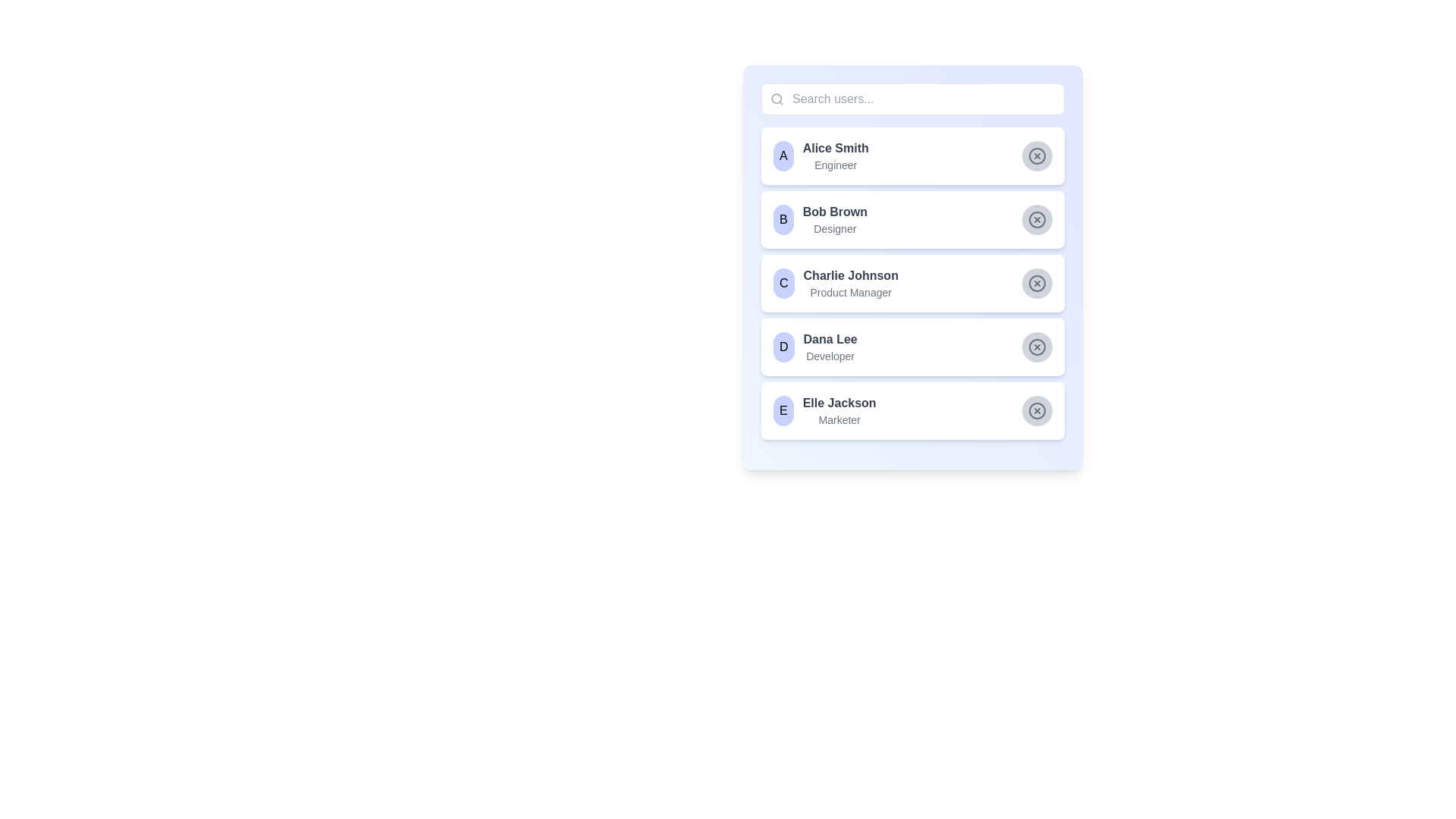 The width and height of the screenshot is (1456, 819). I want to click on the third list item representing 'Charlie Johnson', who is a 'Product Manager', so click(912, 267).